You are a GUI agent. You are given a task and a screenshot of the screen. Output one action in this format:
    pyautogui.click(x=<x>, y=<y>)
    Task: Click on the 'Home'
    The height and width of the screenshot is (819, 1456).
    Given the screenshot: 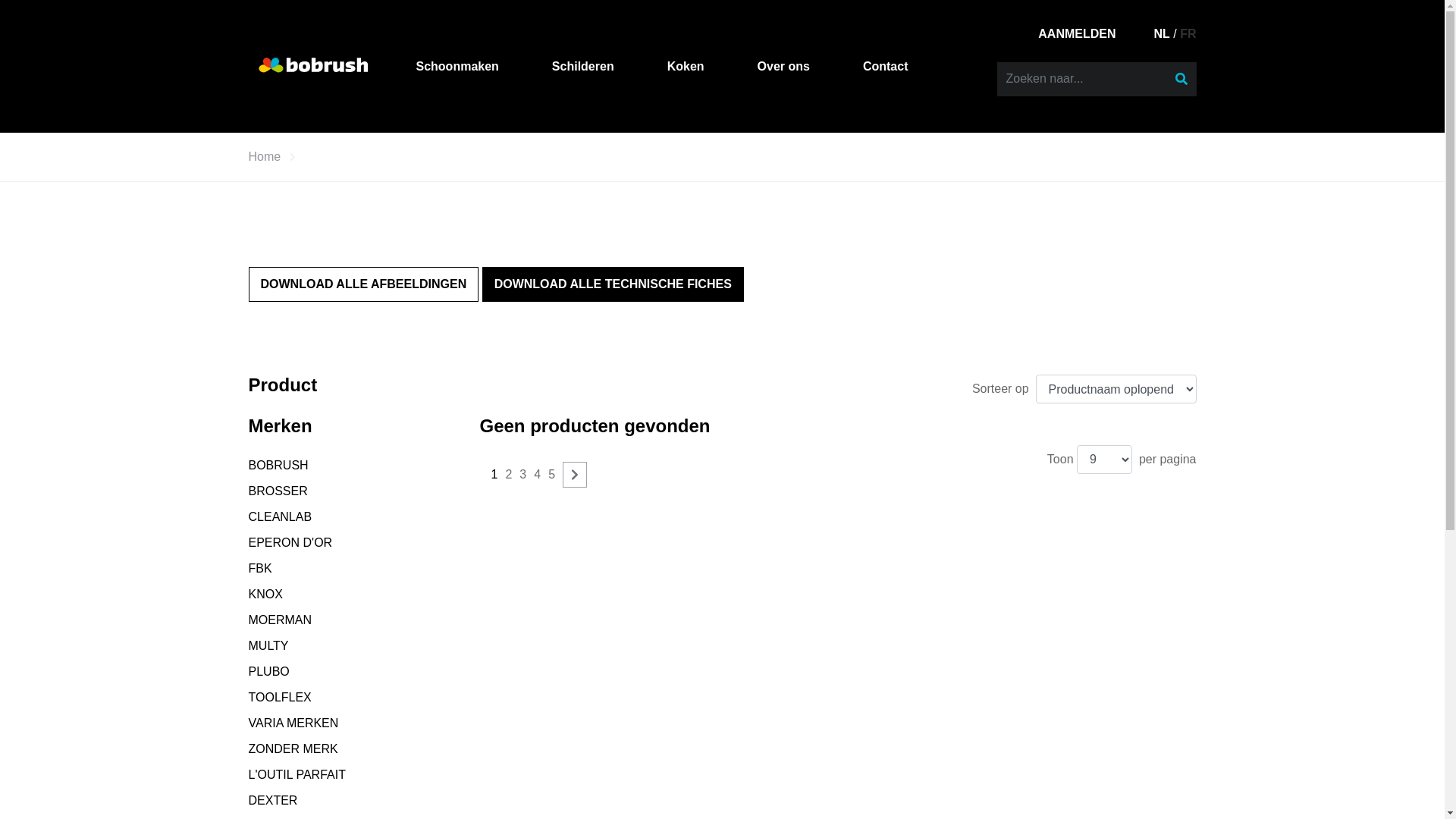 What is the action you would take?
    pyautogui.click(x=265, y=157)
    